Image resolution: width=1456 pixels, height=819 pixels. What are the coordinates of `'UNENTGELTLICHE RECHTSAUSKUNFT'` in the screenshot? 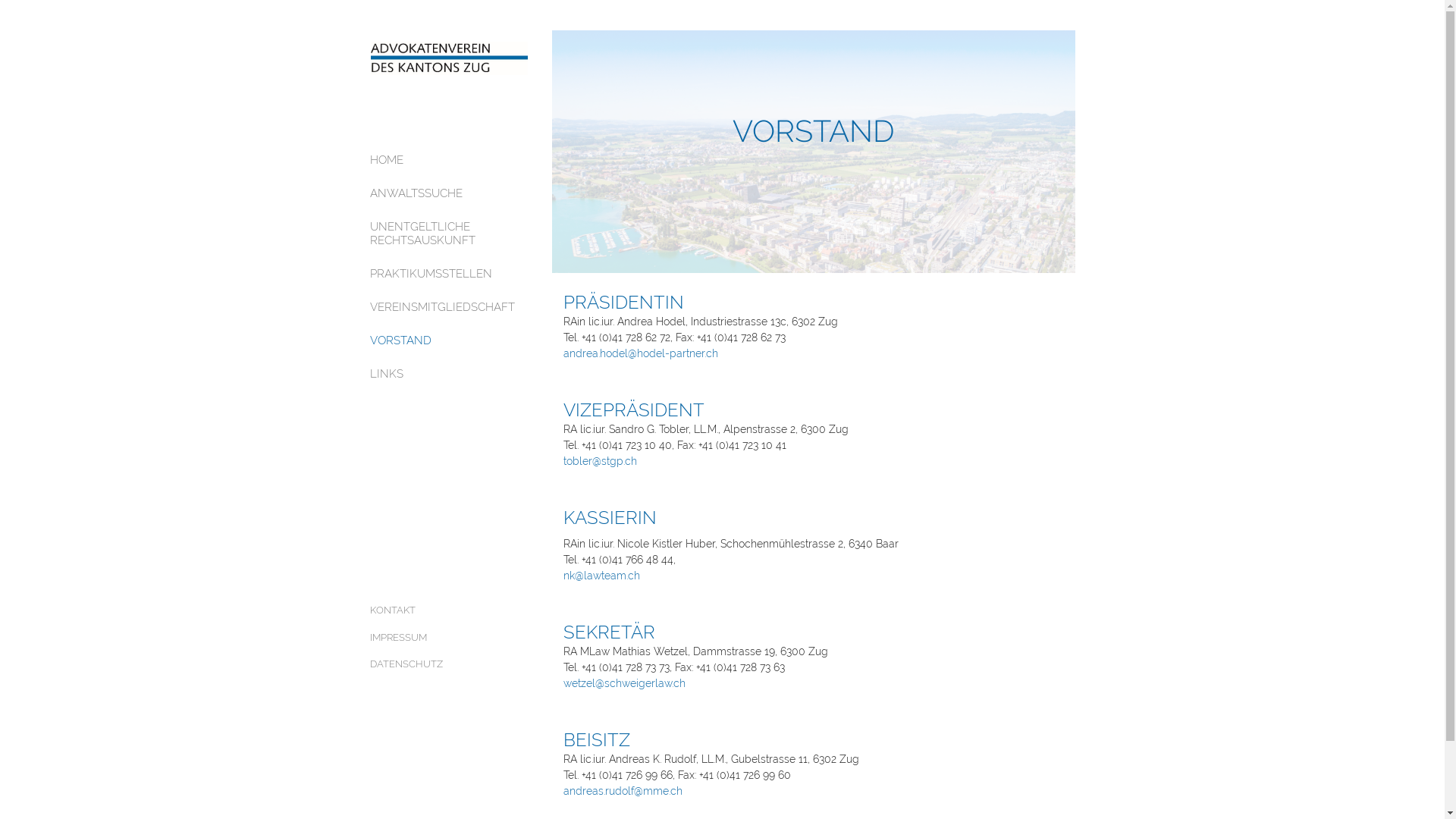 It's located at (449, 234).